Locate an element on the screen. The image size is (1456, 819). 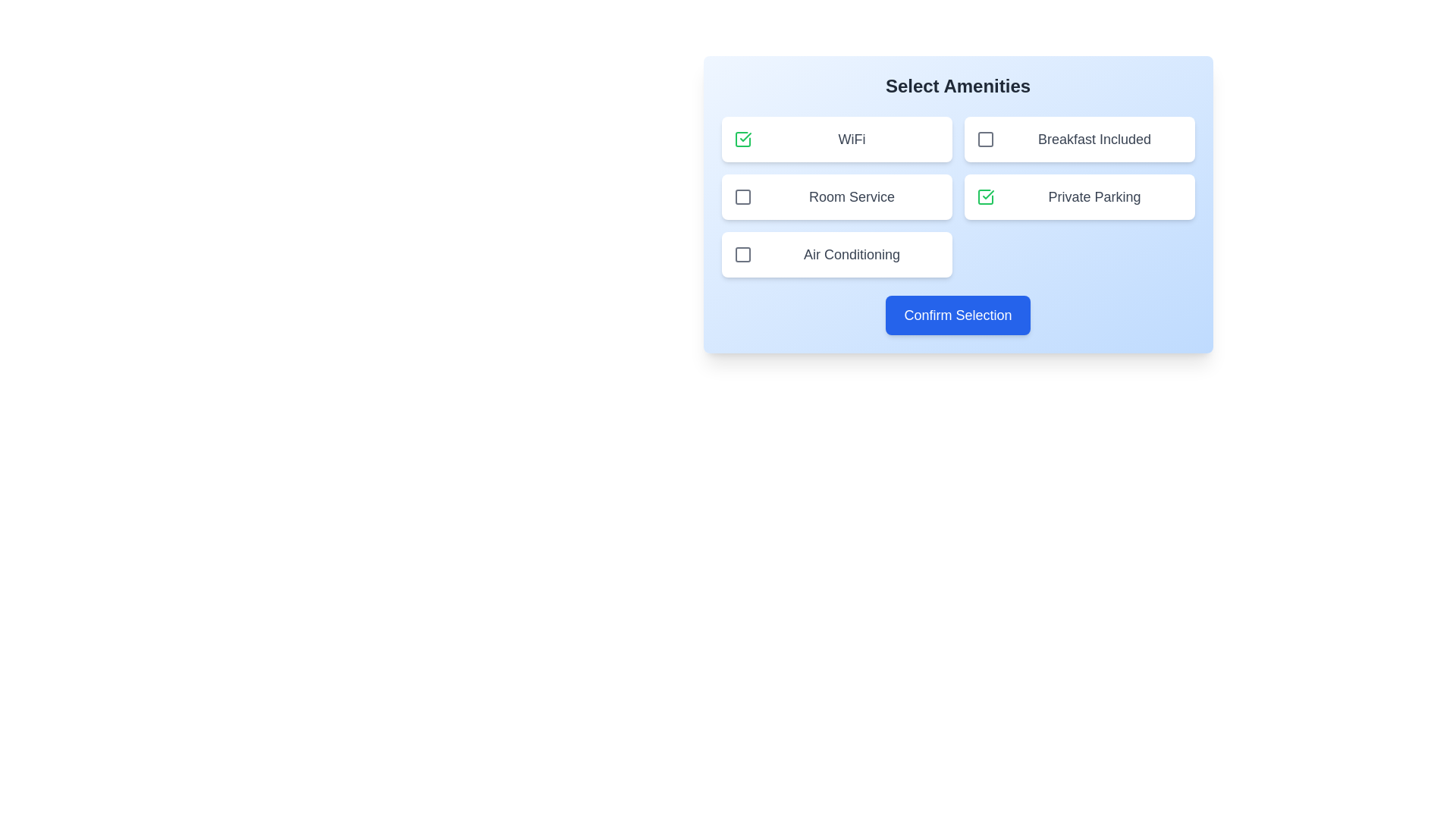
the checkbox associated with the 'Private Parking' option is located at coordinates (985, 196).